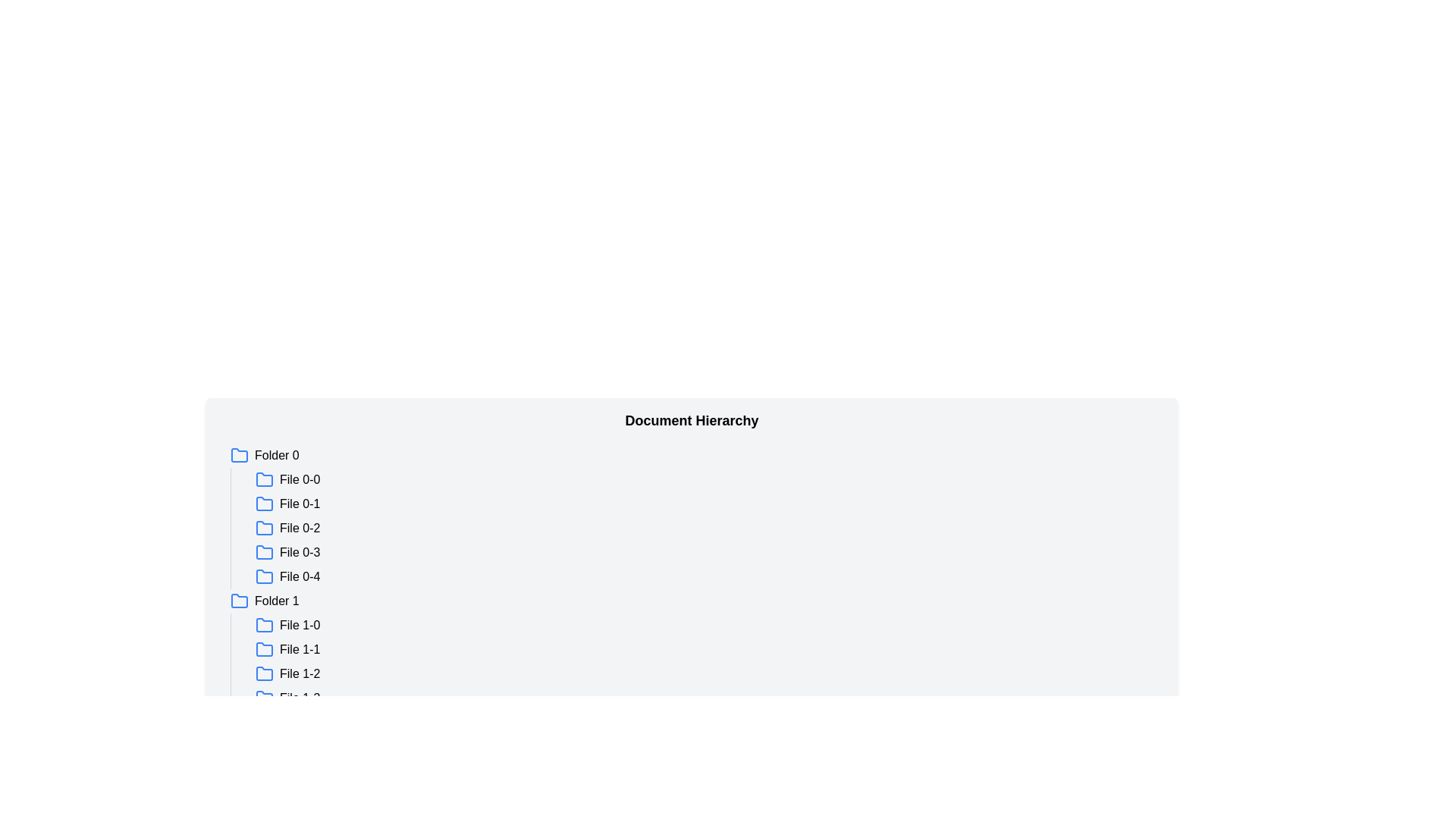 This screenshot has width=1456, height=819. What do you see at coordinates (265, 526) in the screenshot?
I see `the folder icon with a blue outline and white interior, located to the left of the label 'File 0-2' under 'Folder 0'` at bounding box center [265, 526].